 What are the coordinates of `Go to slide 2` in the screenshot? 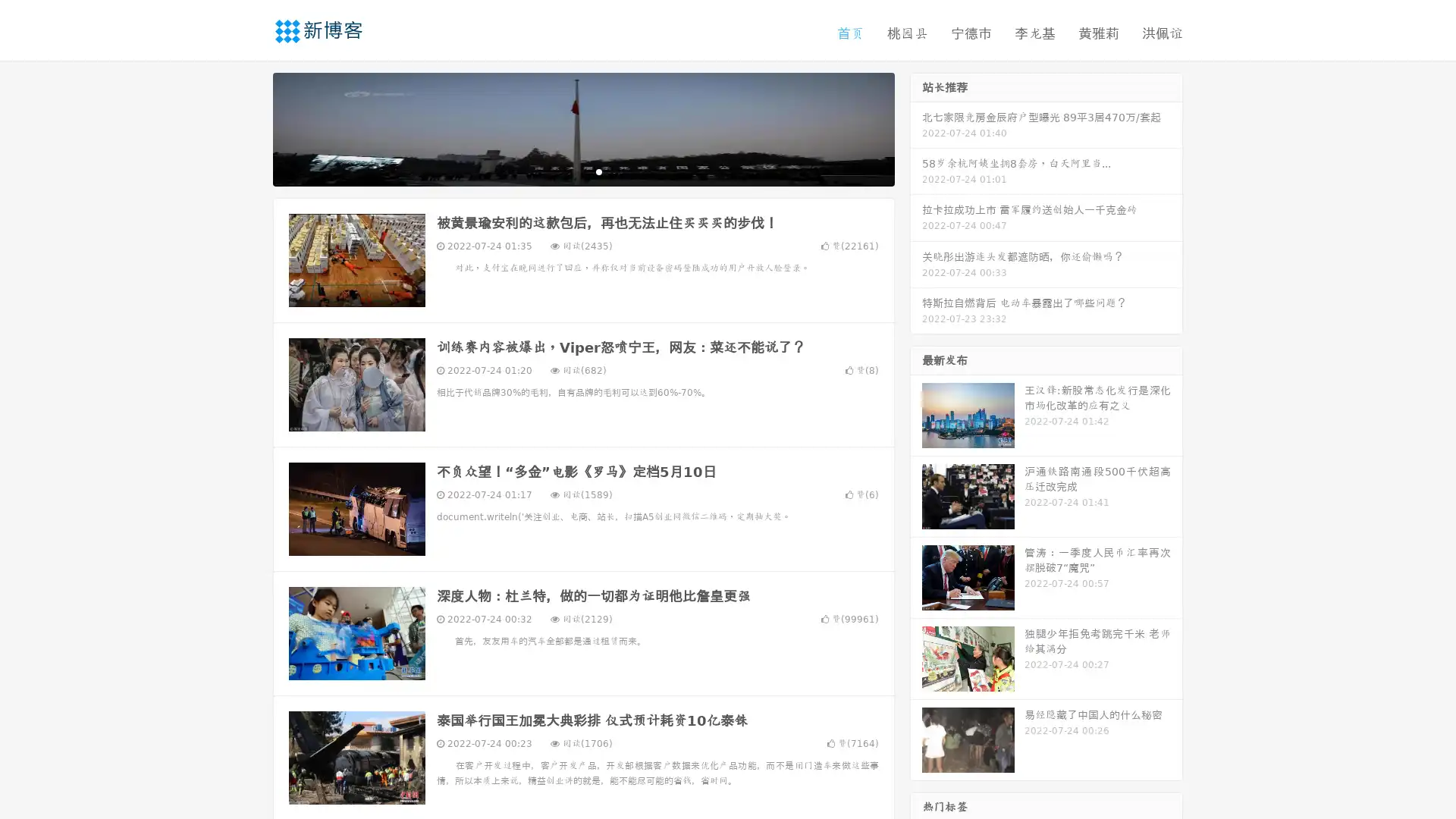 It's located at (582, 171).